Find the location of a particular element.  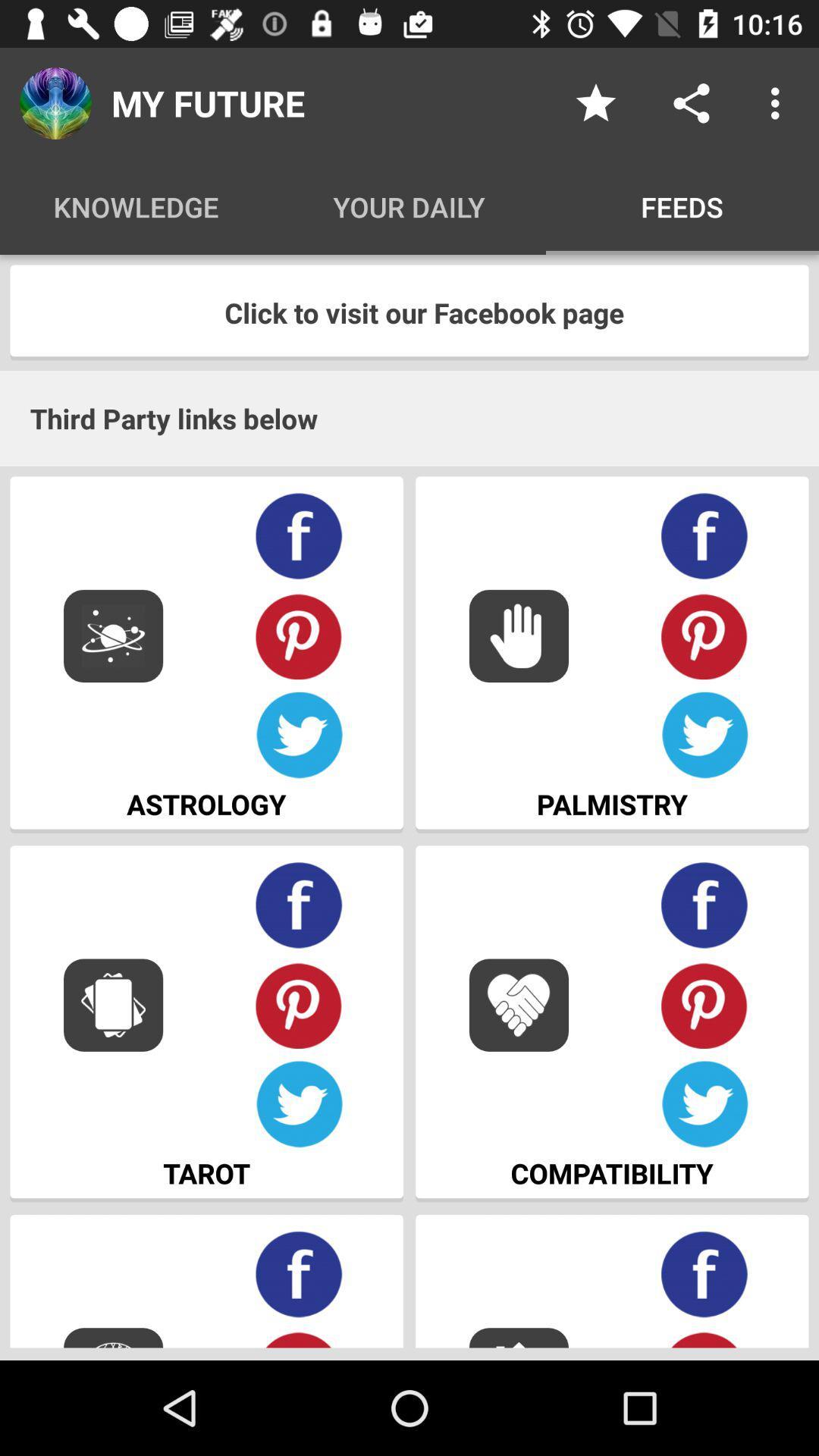

share via pinterest is located at coordinates (299, 635).